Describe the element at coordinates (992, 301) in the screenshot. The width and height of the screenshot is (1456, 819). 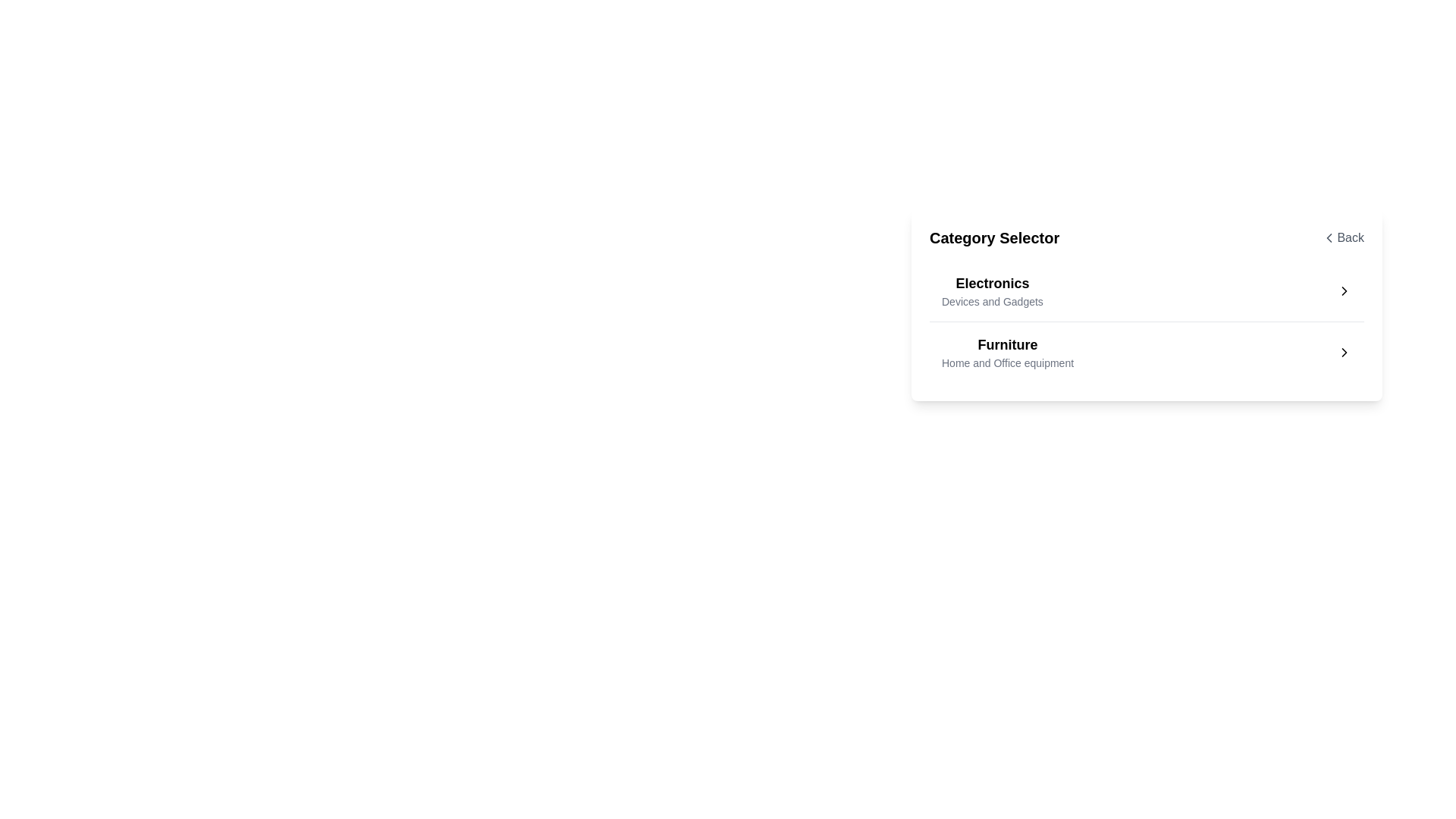
I see `the text label reading 'Devices and Gadgets', which is styled in light gray and positioned beneath the 'Electronics' heading in the 'Category Selector' panel` at that location.